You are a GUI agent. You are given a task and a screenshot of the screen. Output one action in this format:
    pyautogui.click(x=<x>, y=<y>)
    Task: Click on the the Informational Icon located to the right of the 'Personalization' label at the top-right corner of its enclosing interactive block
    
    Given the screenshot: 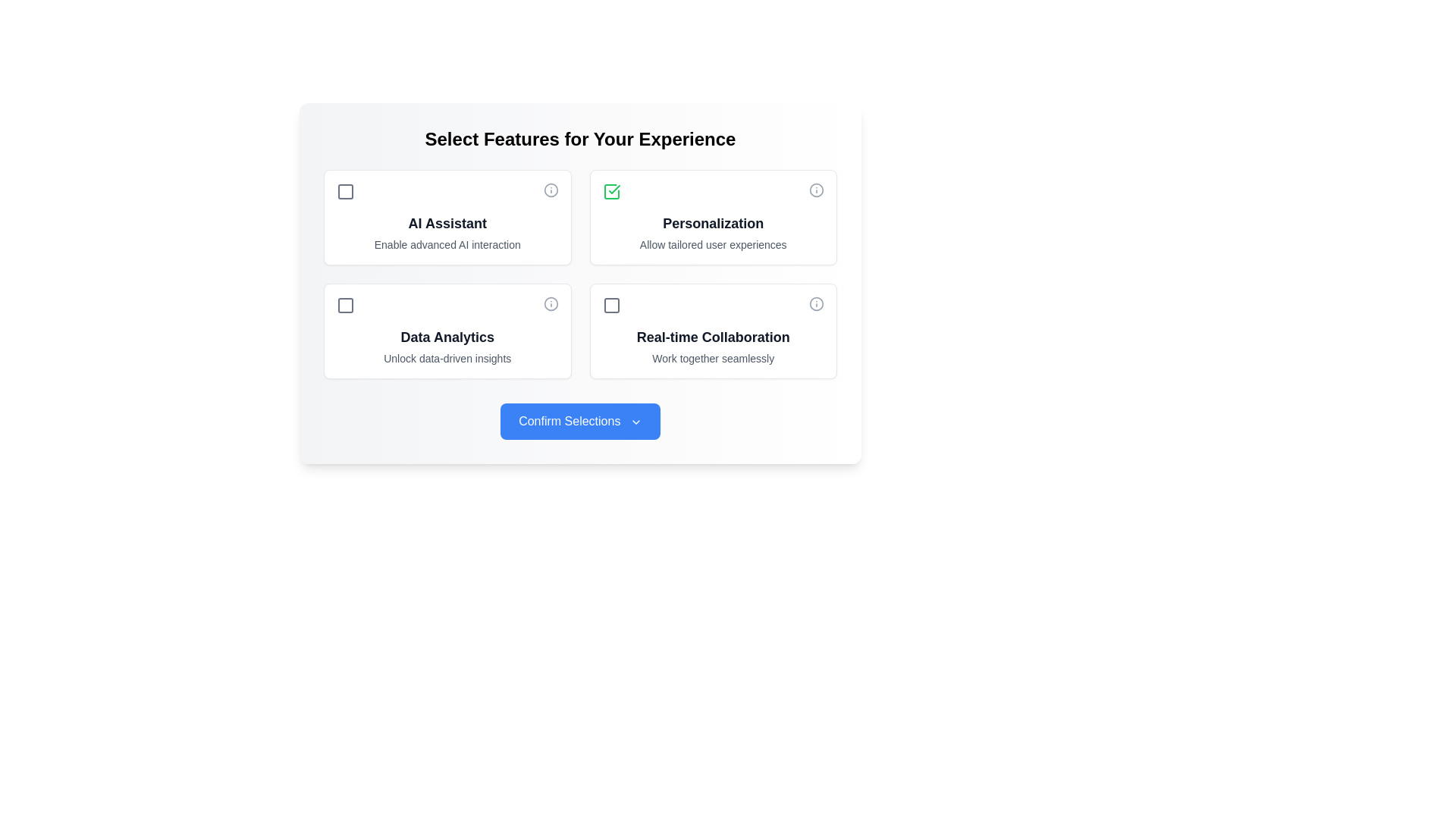 What is the action you would take?
    pyautogui.click(x=815, y=189)
    